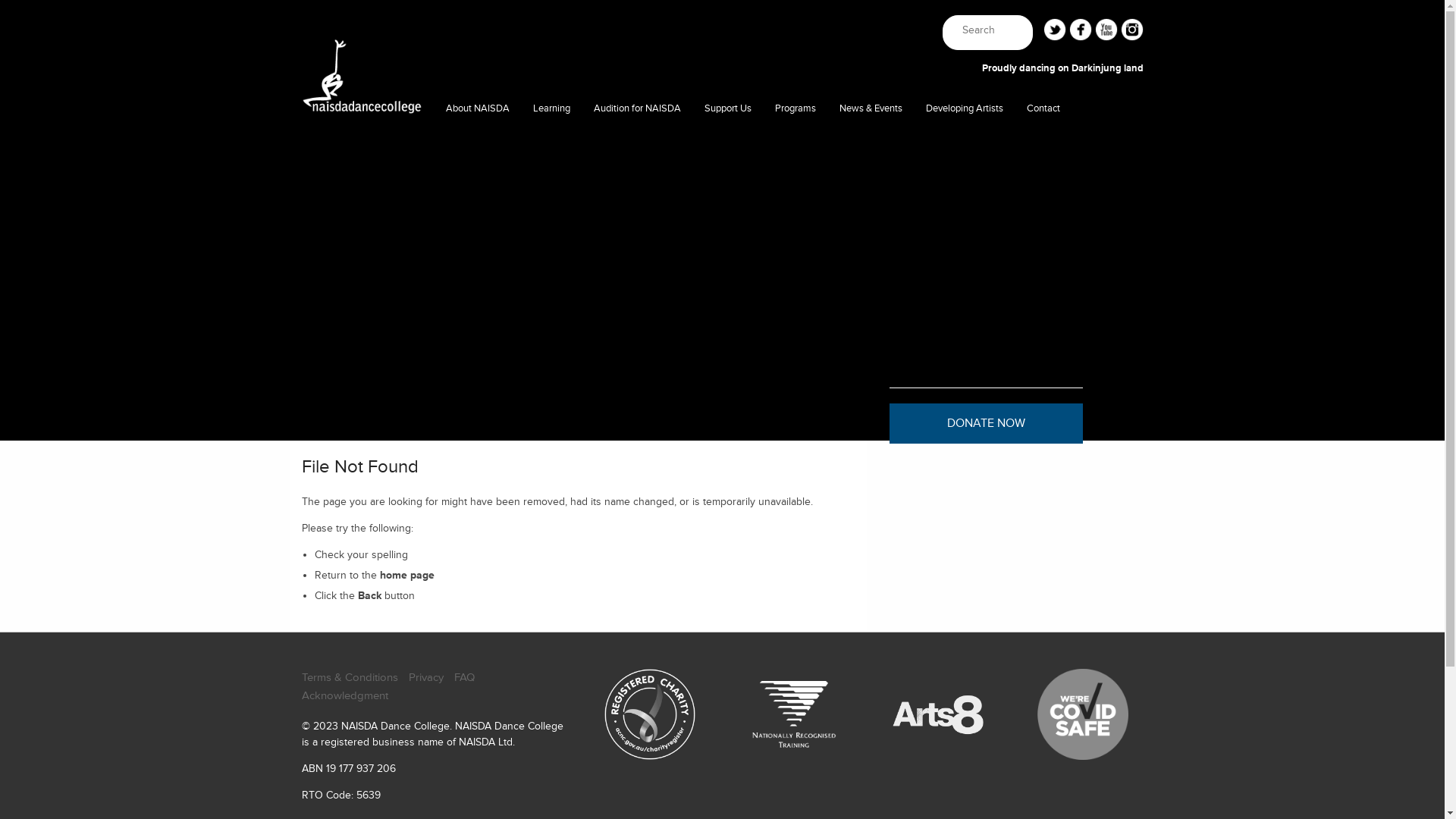 This screenshot has height=819, width=1456. I want to click on 'Twitter', so click(1043, 29).